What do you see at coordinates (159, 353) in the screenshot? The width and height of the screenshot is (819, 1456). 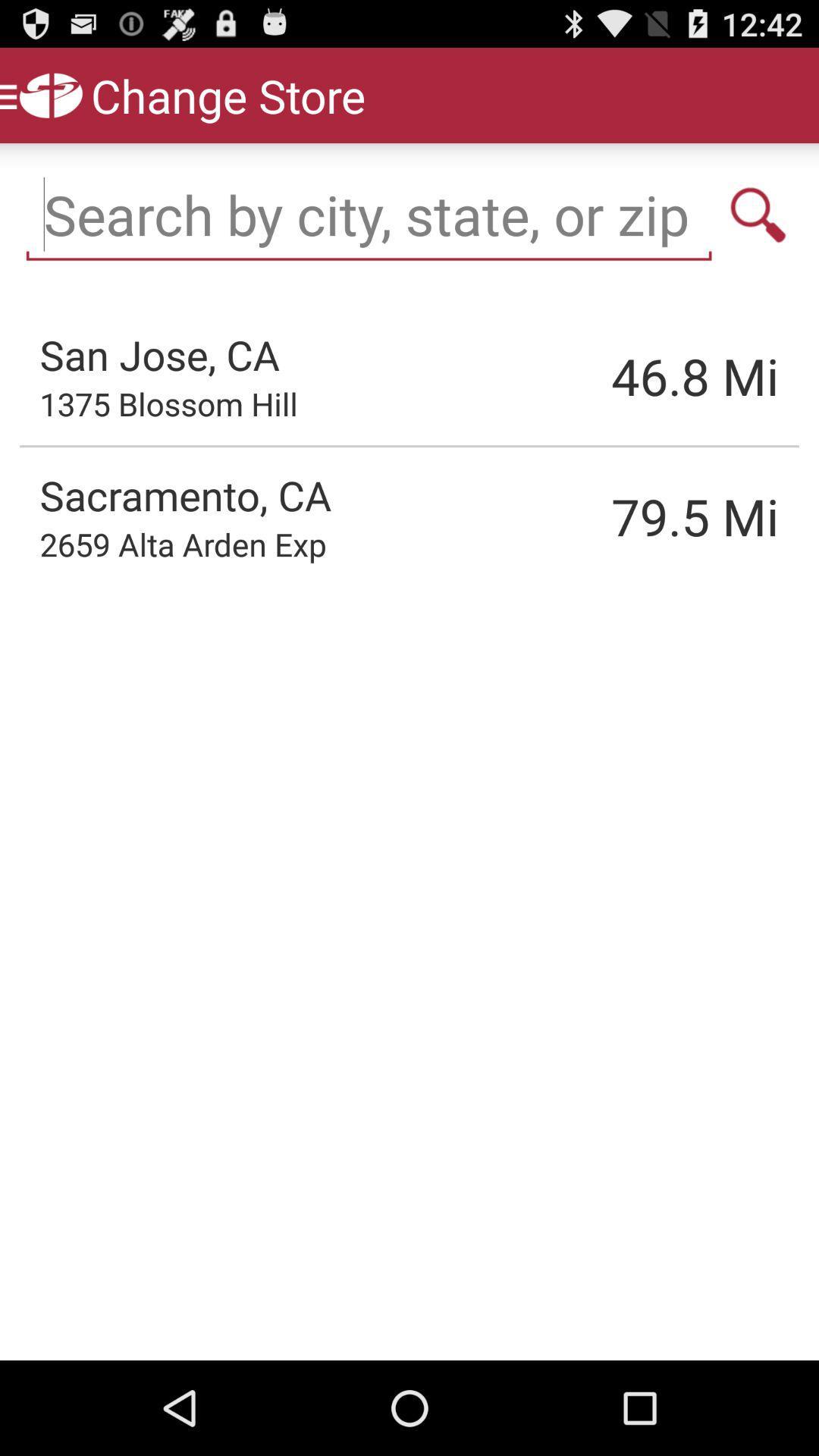 I see `the san jose, ca item` at bounding box center [159, 353].